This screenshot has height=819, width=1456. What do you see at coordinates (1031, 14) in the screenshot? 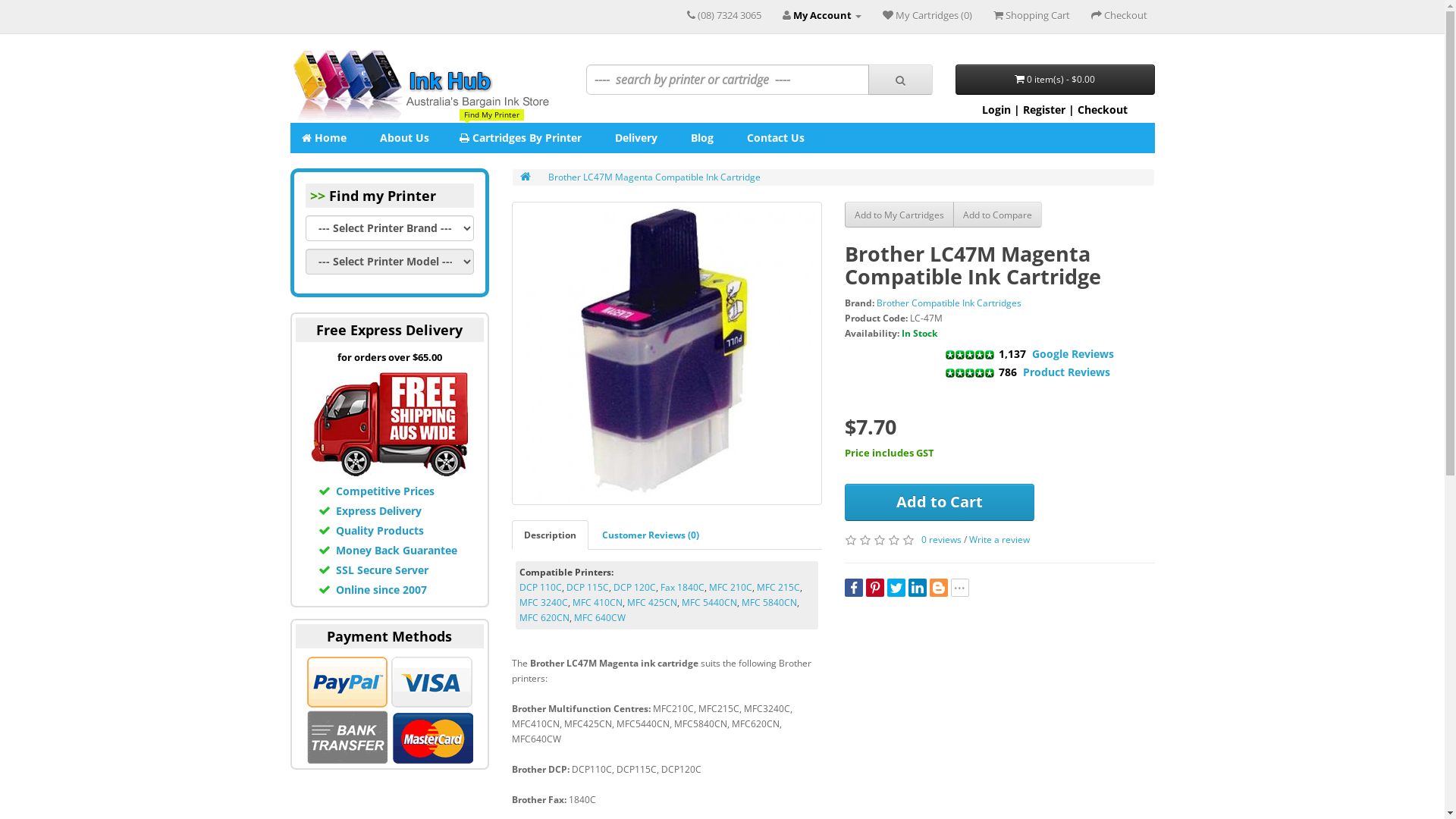
I see `'Shopping Cart'` at bounding box center [1031, 14].